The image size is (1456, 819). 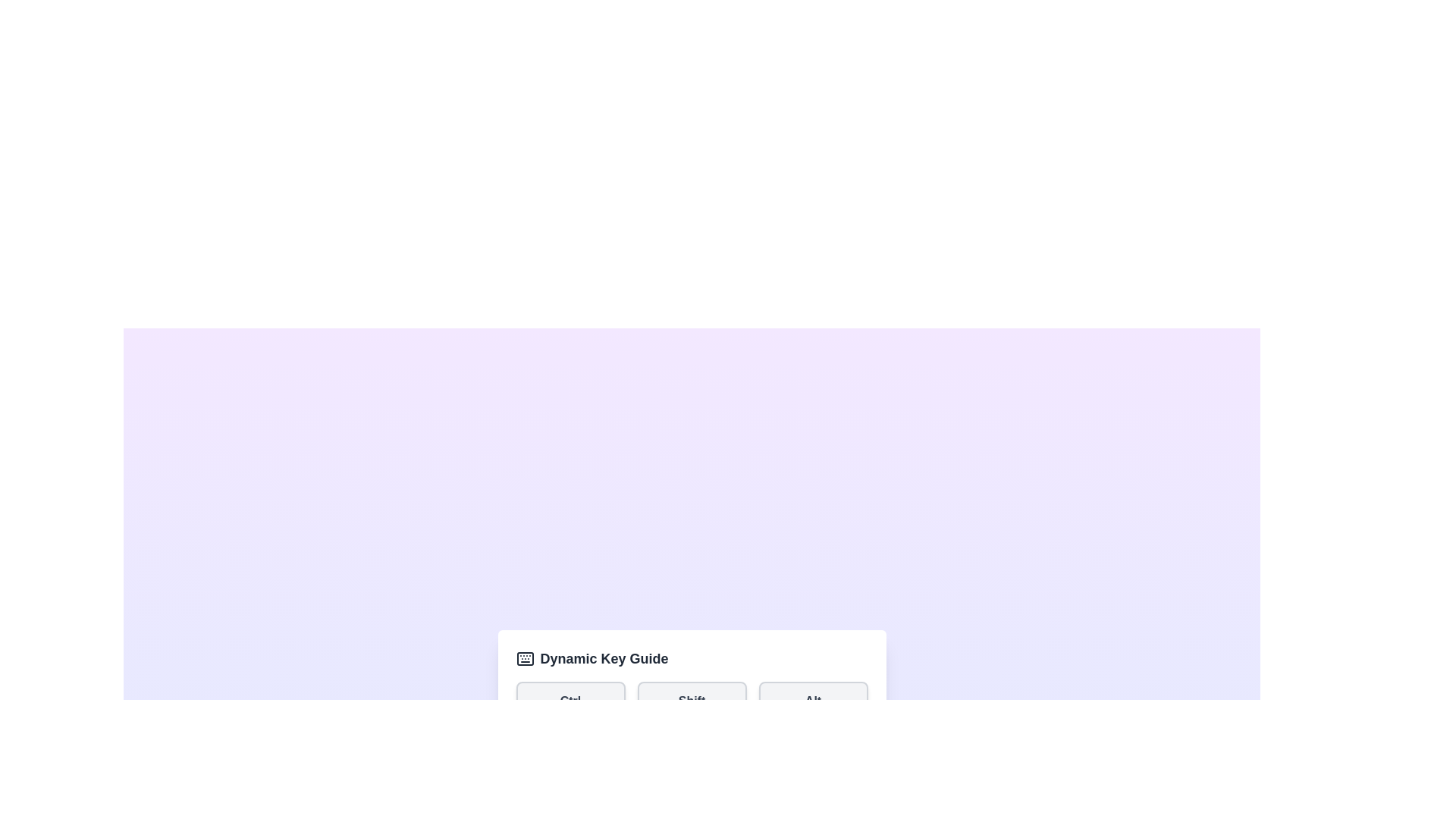 I want to click on the decorative icon located to the left of the 'Dynamic Key Guide' text in the header section, so click(x=525, y=657).